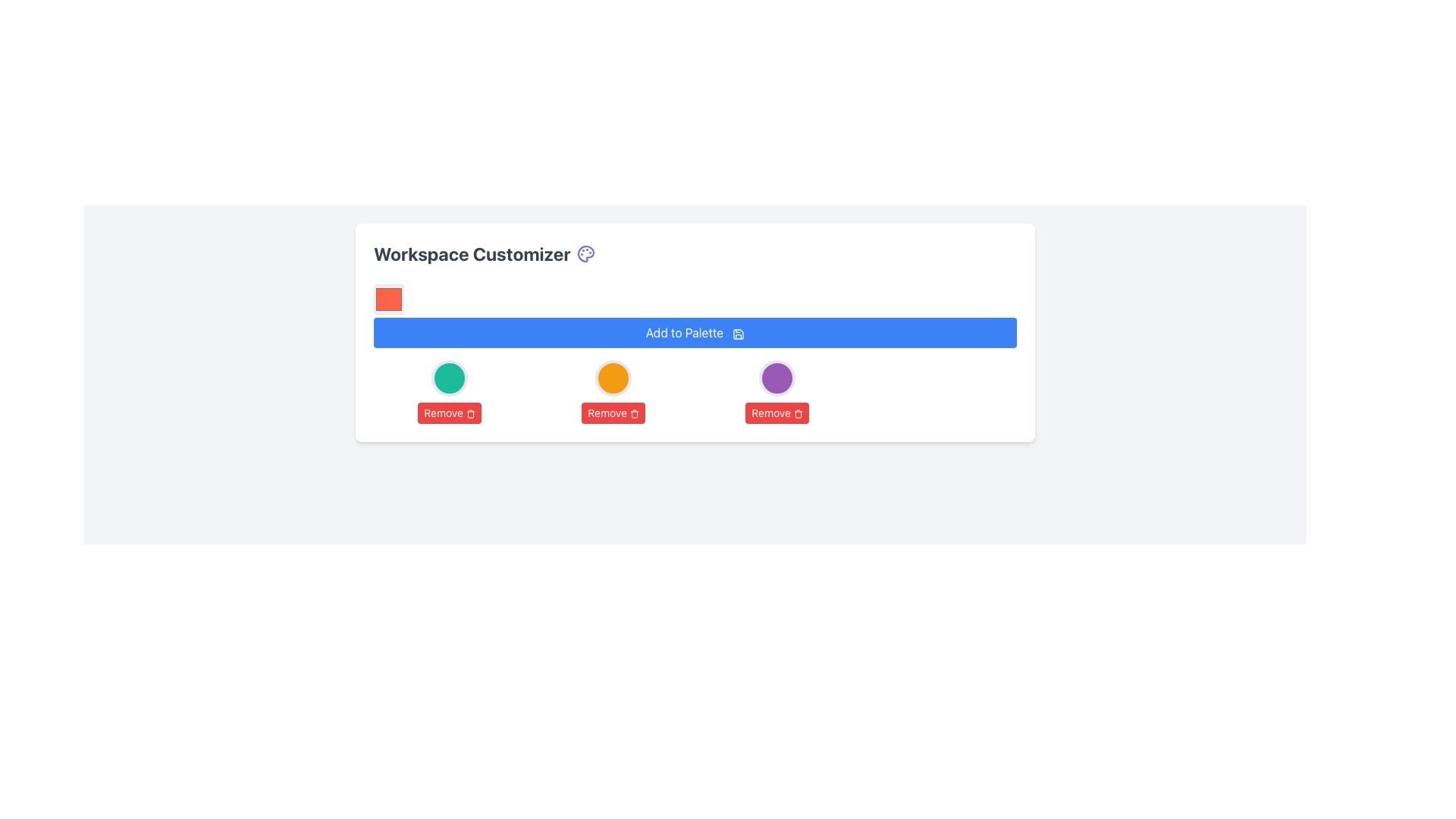  I want to click on the 'Remove' icon located inside the red button, which is the first from the left in a horizontal arrangement beneath the green circular item, so click(797, 414).